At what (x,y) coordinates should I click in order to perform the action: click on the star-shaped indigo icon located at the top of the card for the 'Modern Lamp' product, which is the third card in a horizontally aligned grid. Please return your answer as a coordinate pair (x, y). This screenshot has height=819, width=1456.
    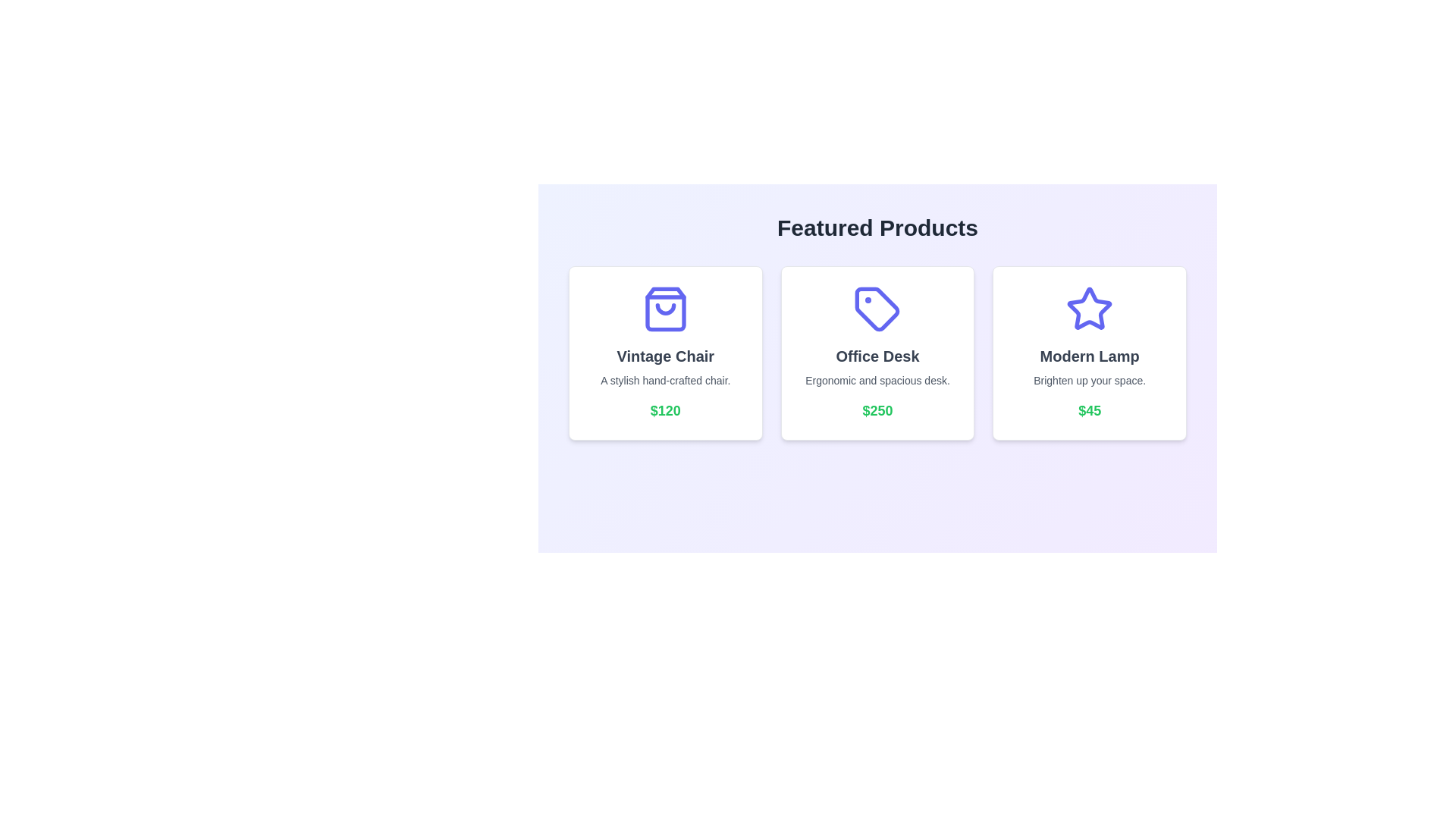
    Looking at the image, I should click on (1089, 309).